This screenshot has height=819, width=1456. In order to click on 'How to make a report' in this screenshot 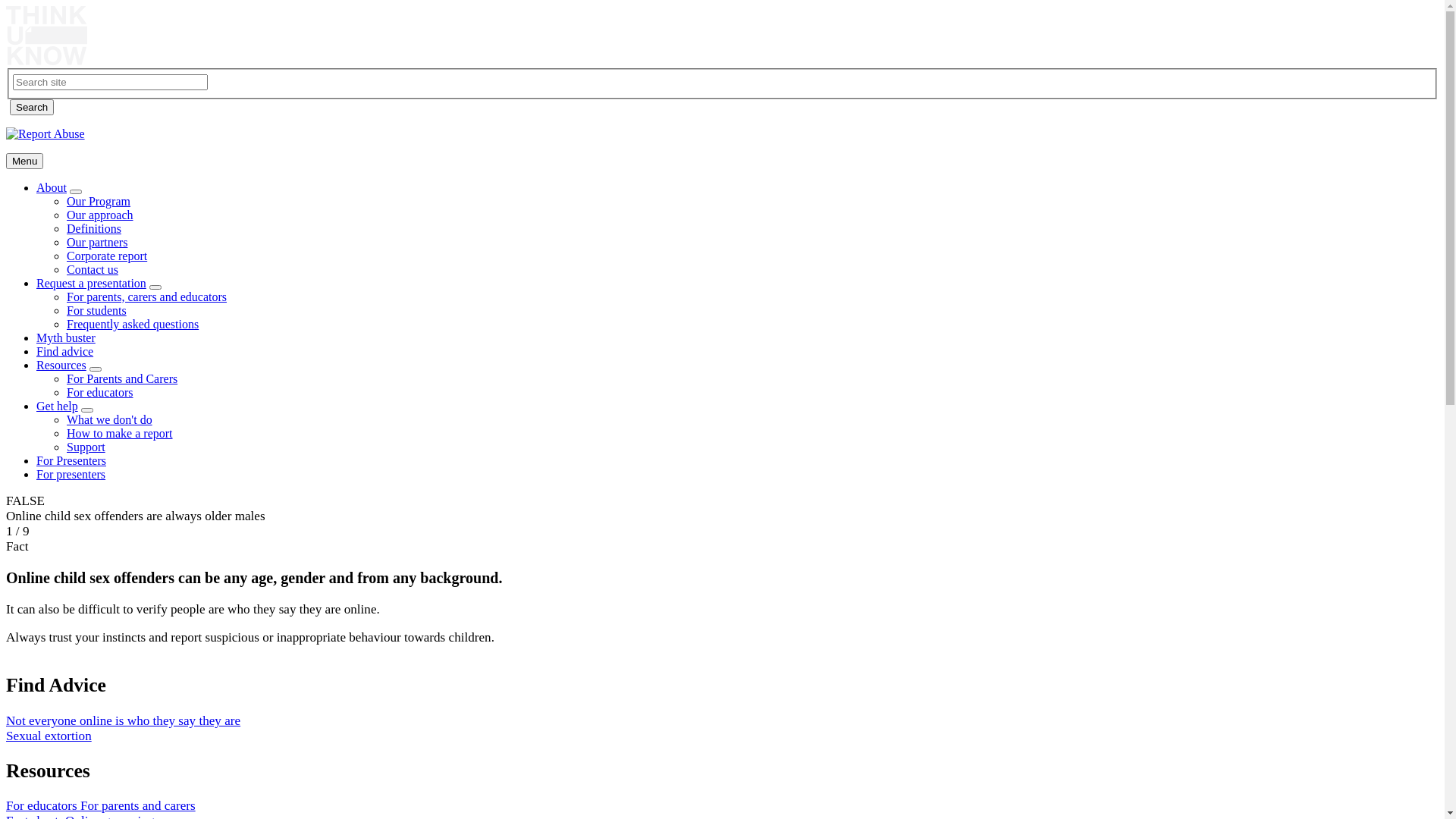, I will do `click(119, 433)`.